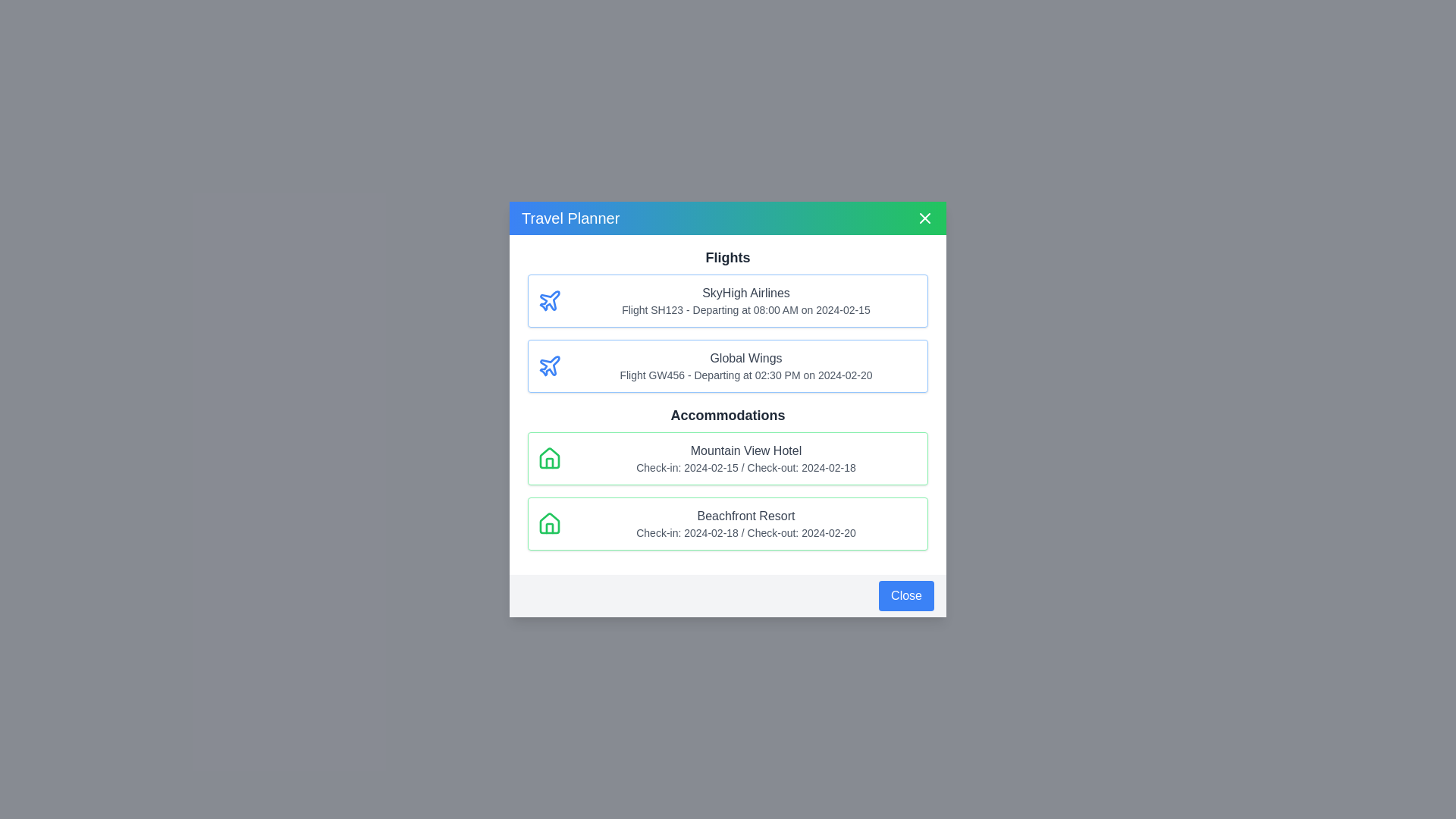 This screenshot has height=819, width=1456. I want to click on the button located at the bottom-right corner of the 'Travel Planner' dialog, so click(728, 595).